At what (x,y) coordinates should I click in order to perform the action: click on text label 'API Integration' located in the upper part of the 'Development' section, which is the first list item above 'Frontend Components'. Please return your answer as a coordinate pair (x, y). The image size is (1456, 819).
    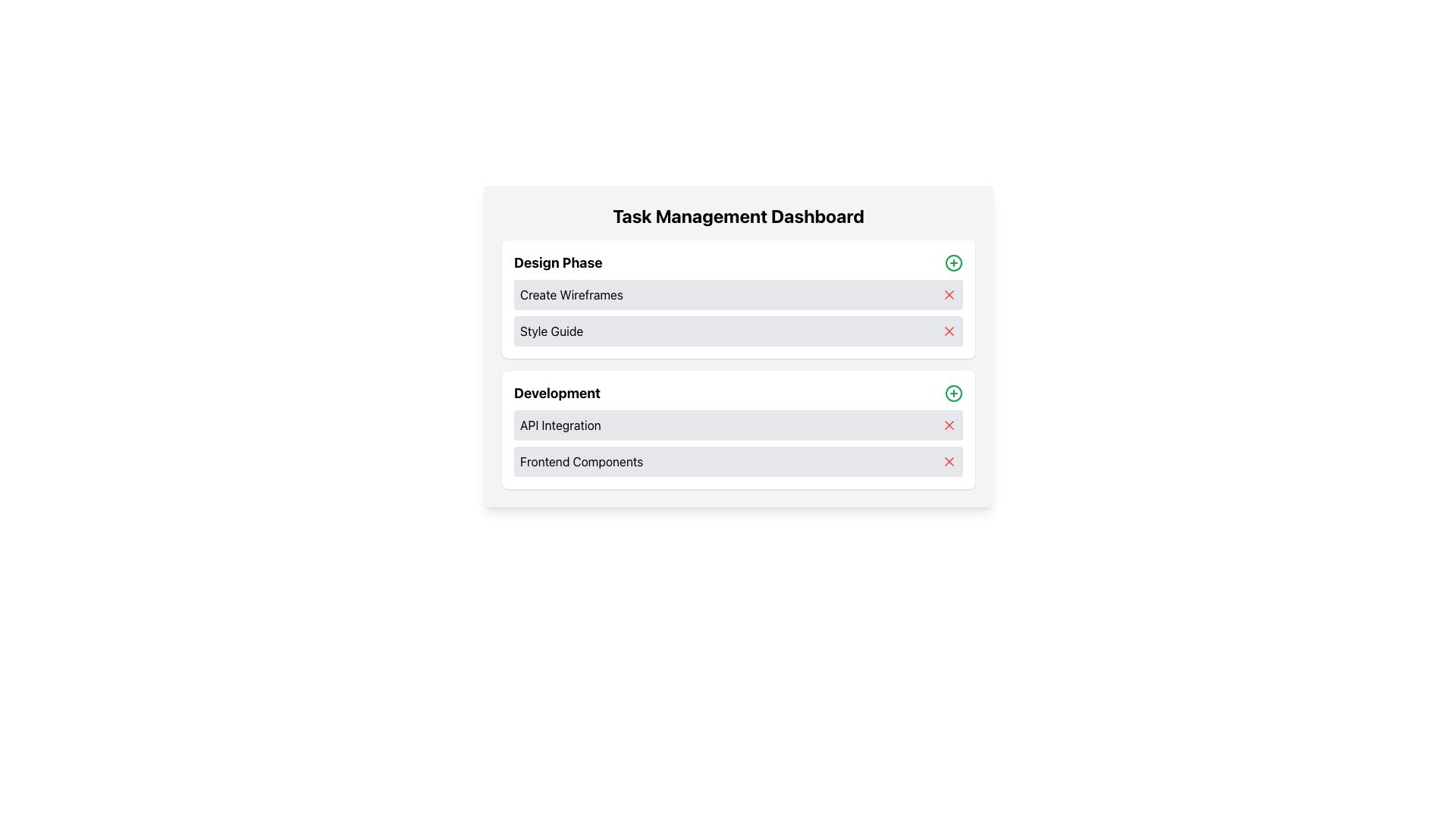
    Looking at the image, I should click on (560, 425).